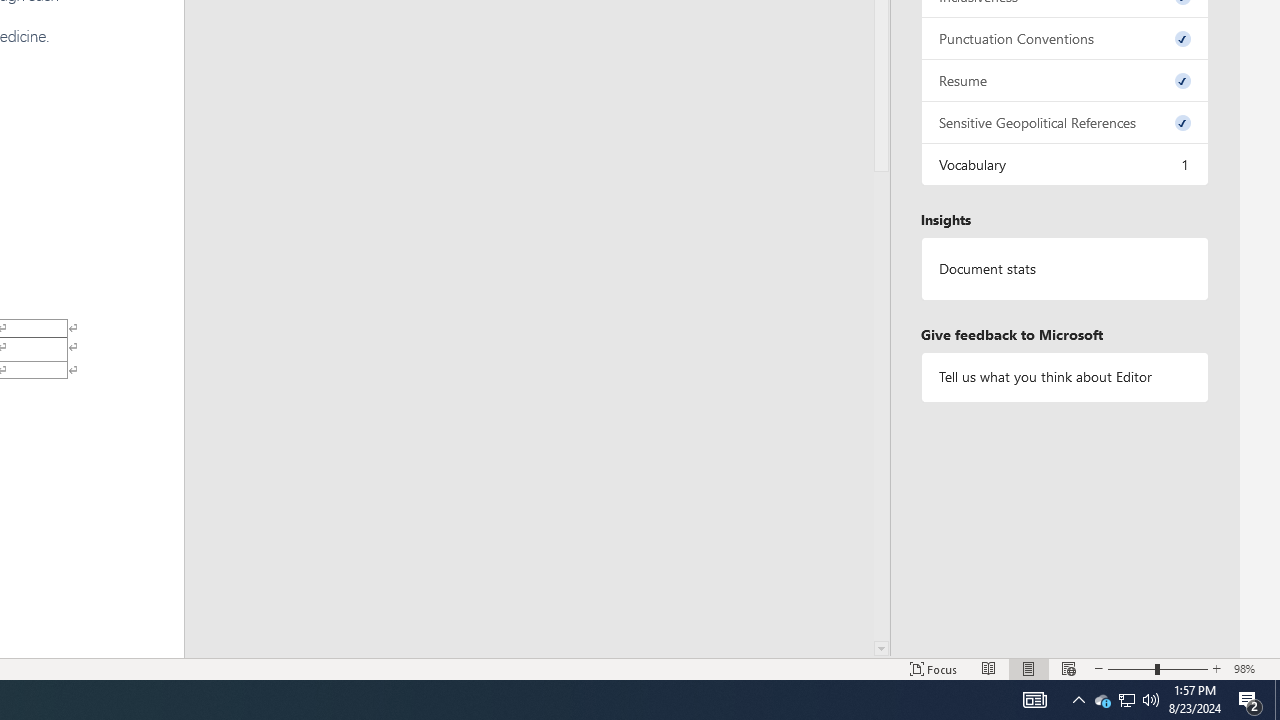  What do you see at coordinates (1131, 669) in the screenshot?
I see `'Zoom Out'` at bounding box center [1131, 669].